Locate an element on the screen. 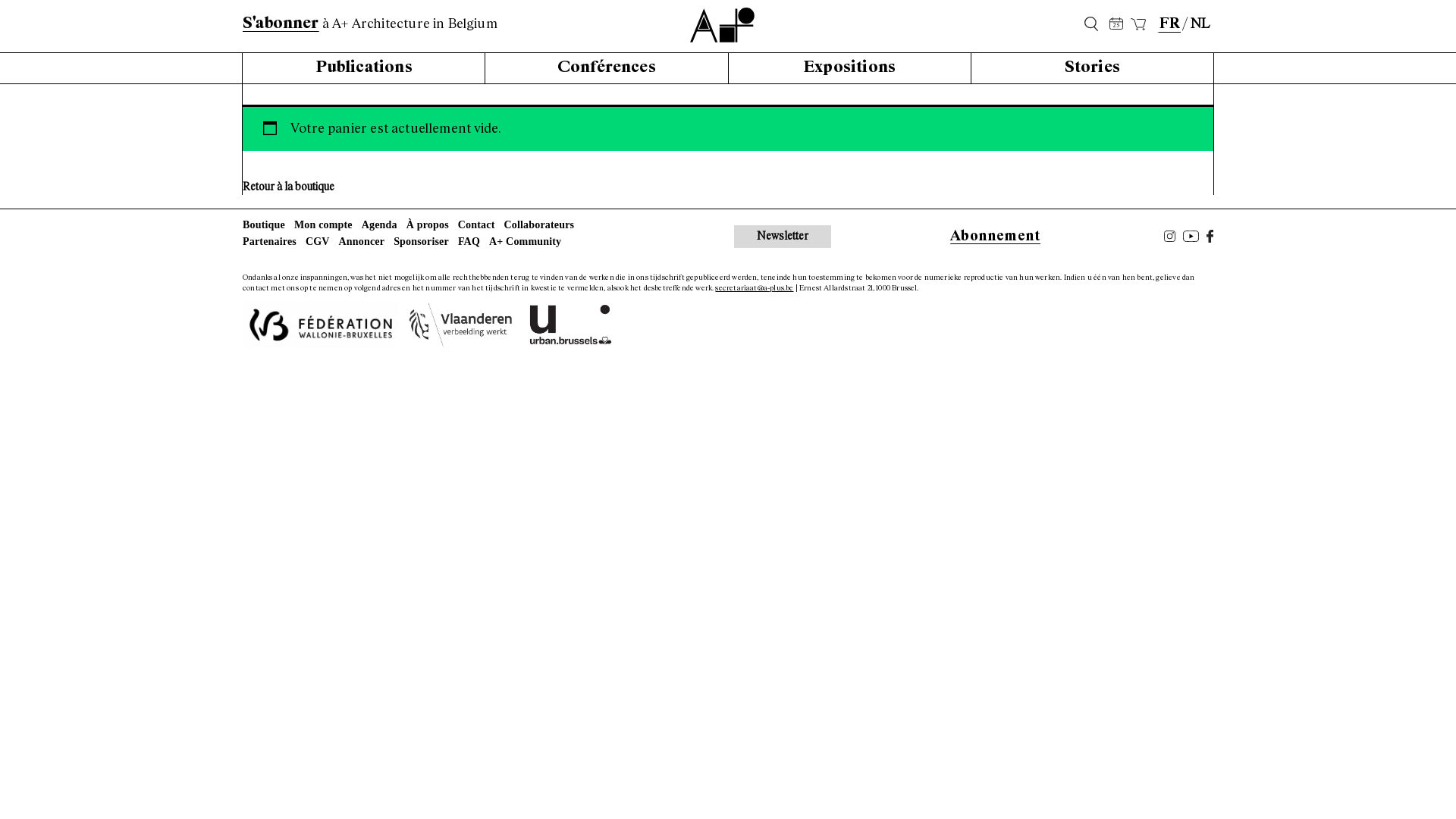 The height and width of the screenshot is (819, 1456). 'secretariaat@a-plus.be' is located at coordinates (754, 288).